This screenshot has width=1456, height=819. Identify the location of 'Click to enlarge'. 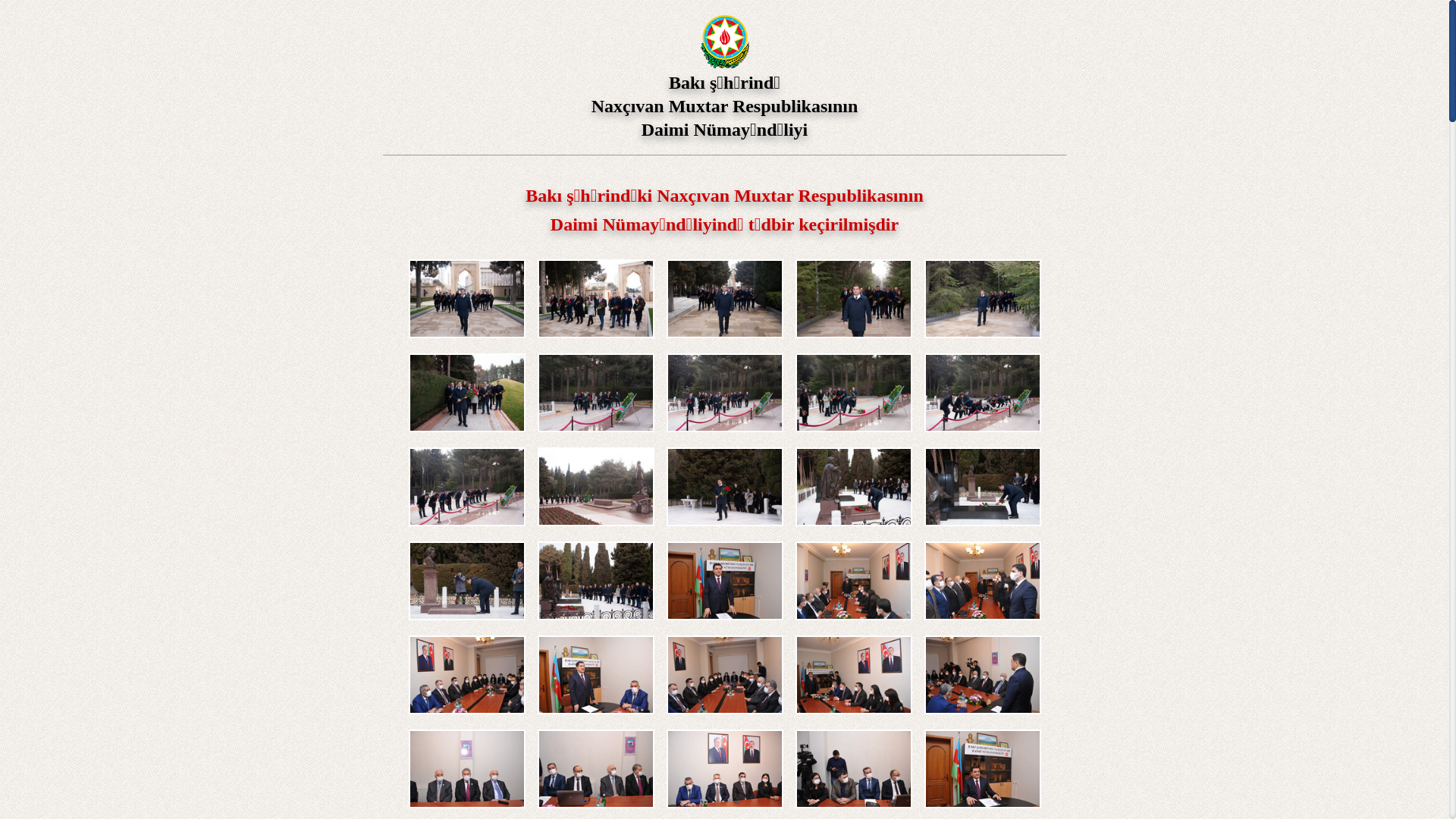
(923, 580).